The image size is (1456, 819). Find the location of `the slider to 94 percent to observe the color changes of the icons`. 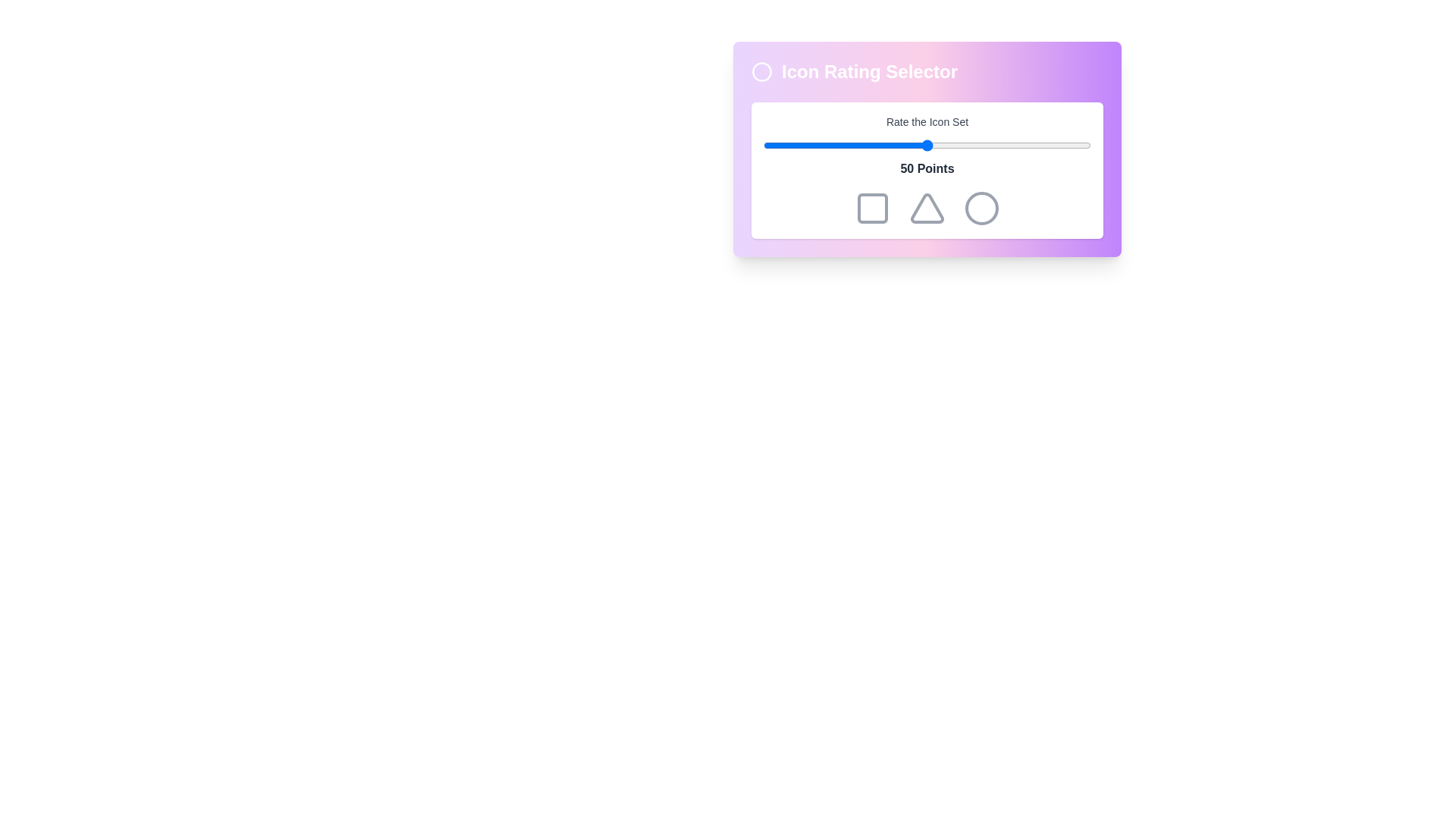

the slider to 94 percent to observe the color changes of the icons is located at coordinates (1071, 146).